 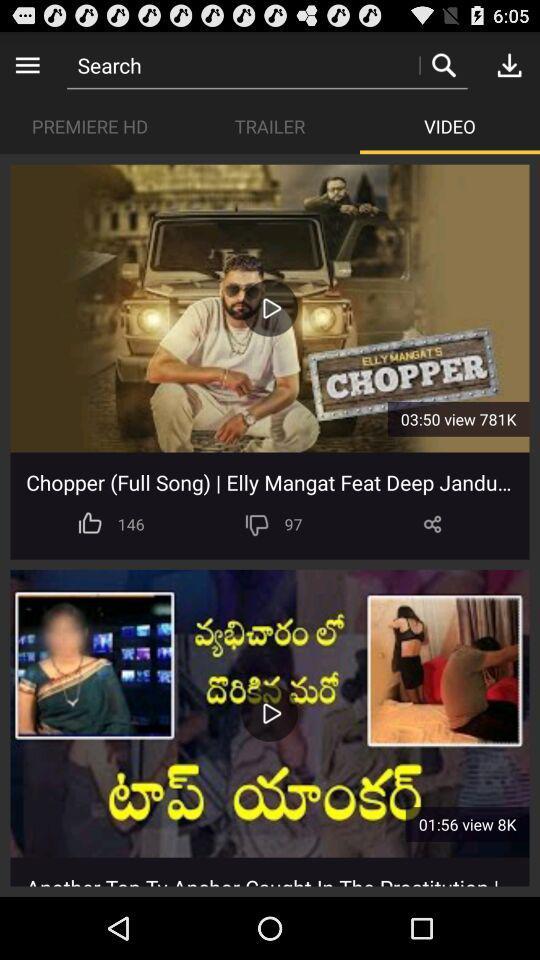 What do you see at coordinates (257, 523) in the screenshot?
I see `app next to the 97` at bounding box center [257, 523].